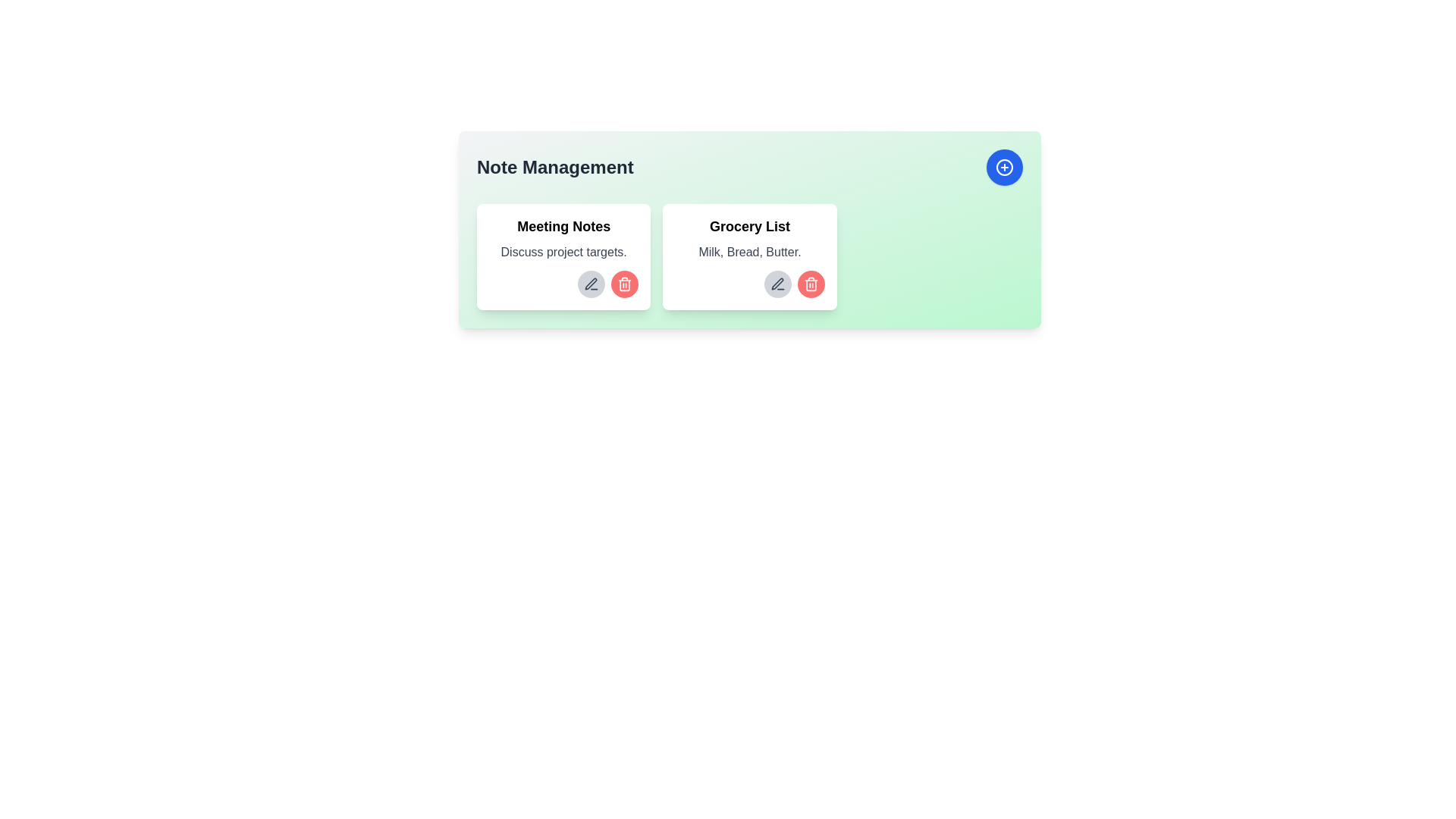 Image resolution: width=1456 pixels, height=819 pixels. I want to click on the gray pen icon within the circular button located in the second card under 'Grocery List', so click(591, 284).